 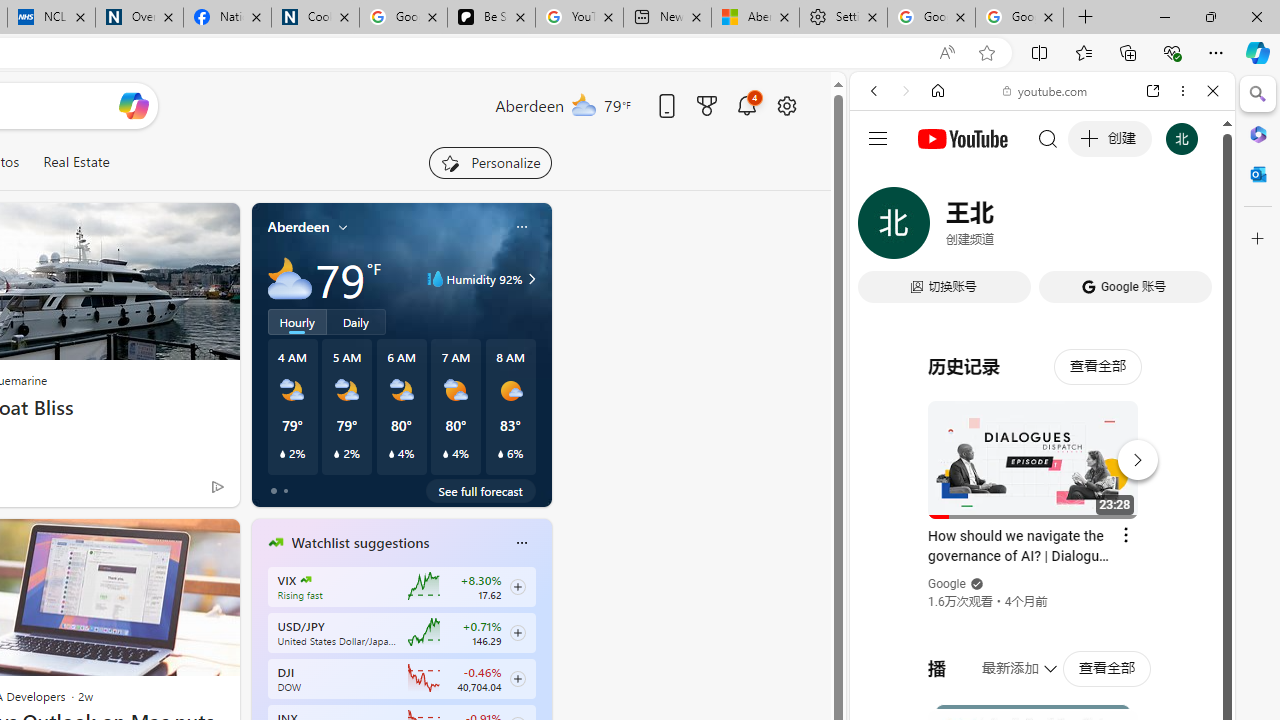 What do you see at coordinates (881, 227) in the screenshot?
I see `'WEB  '` at bounding box center [881, 227].